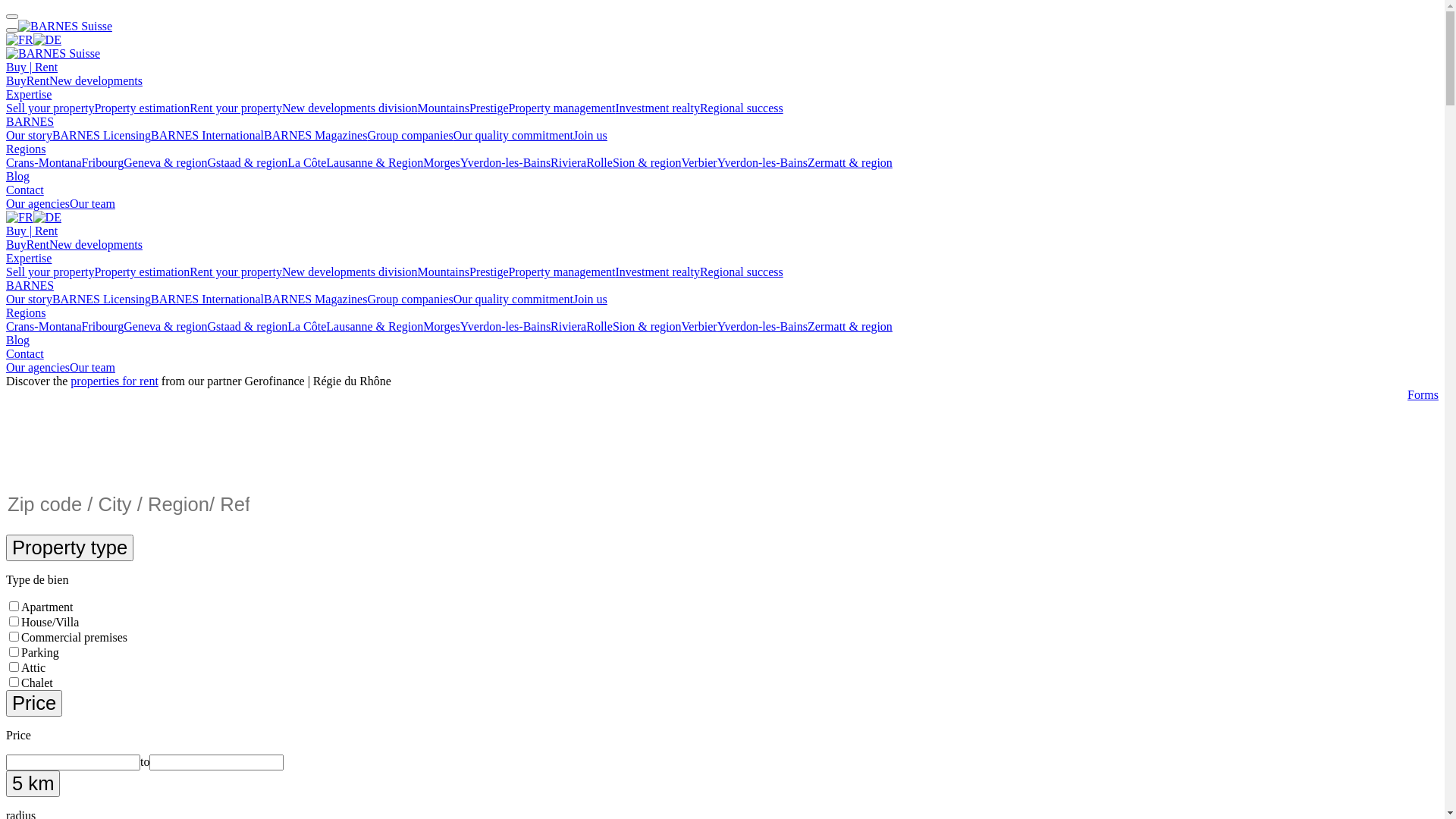  Describe the element at coordinates (375, 162) in the screenshot. I see `'Lausanne & Region'` at that location.